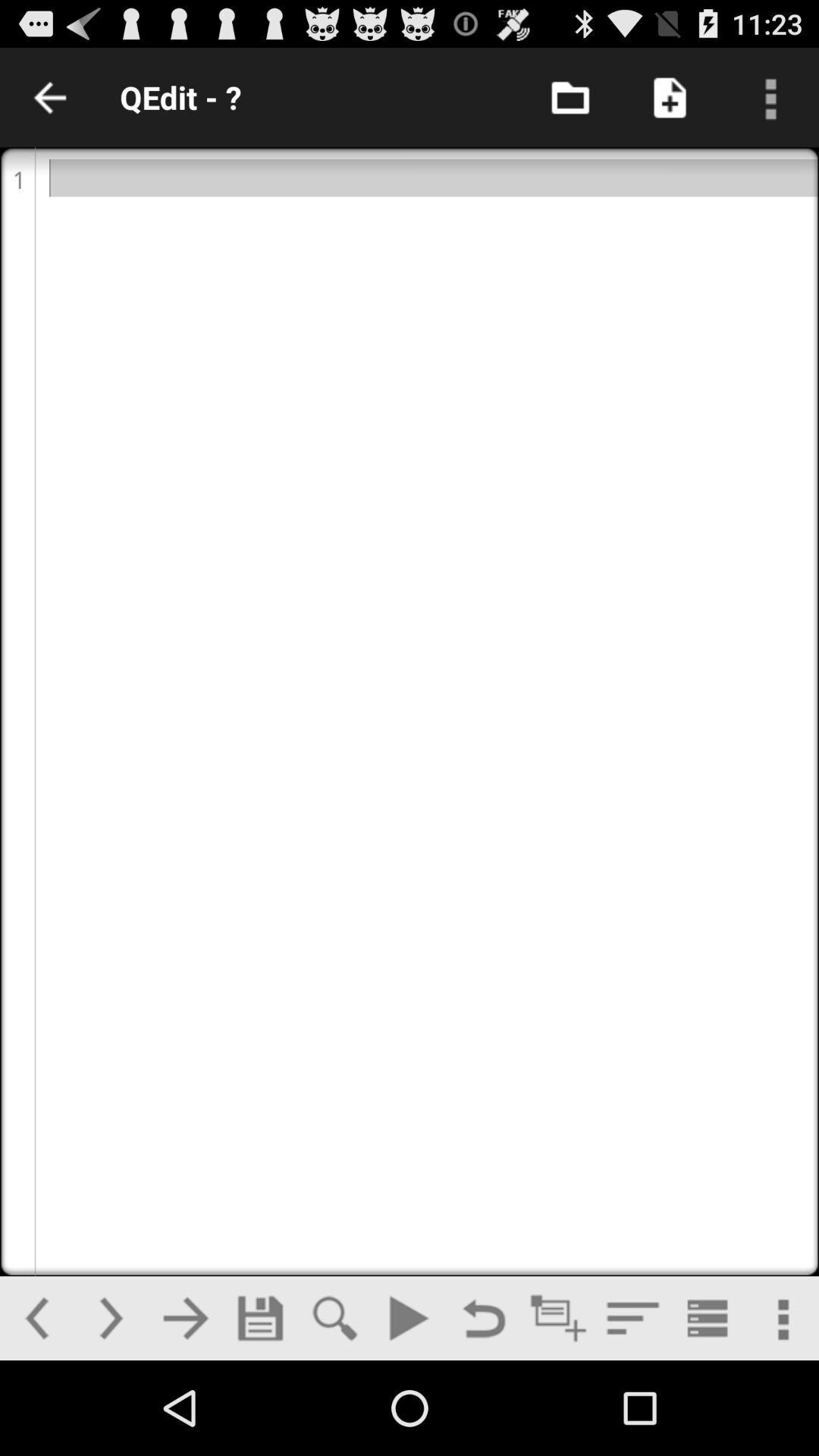  What do you see at coordinates (110, 1317) in the screenshot?
I see `go forward` at bounding box center [110, 1317].